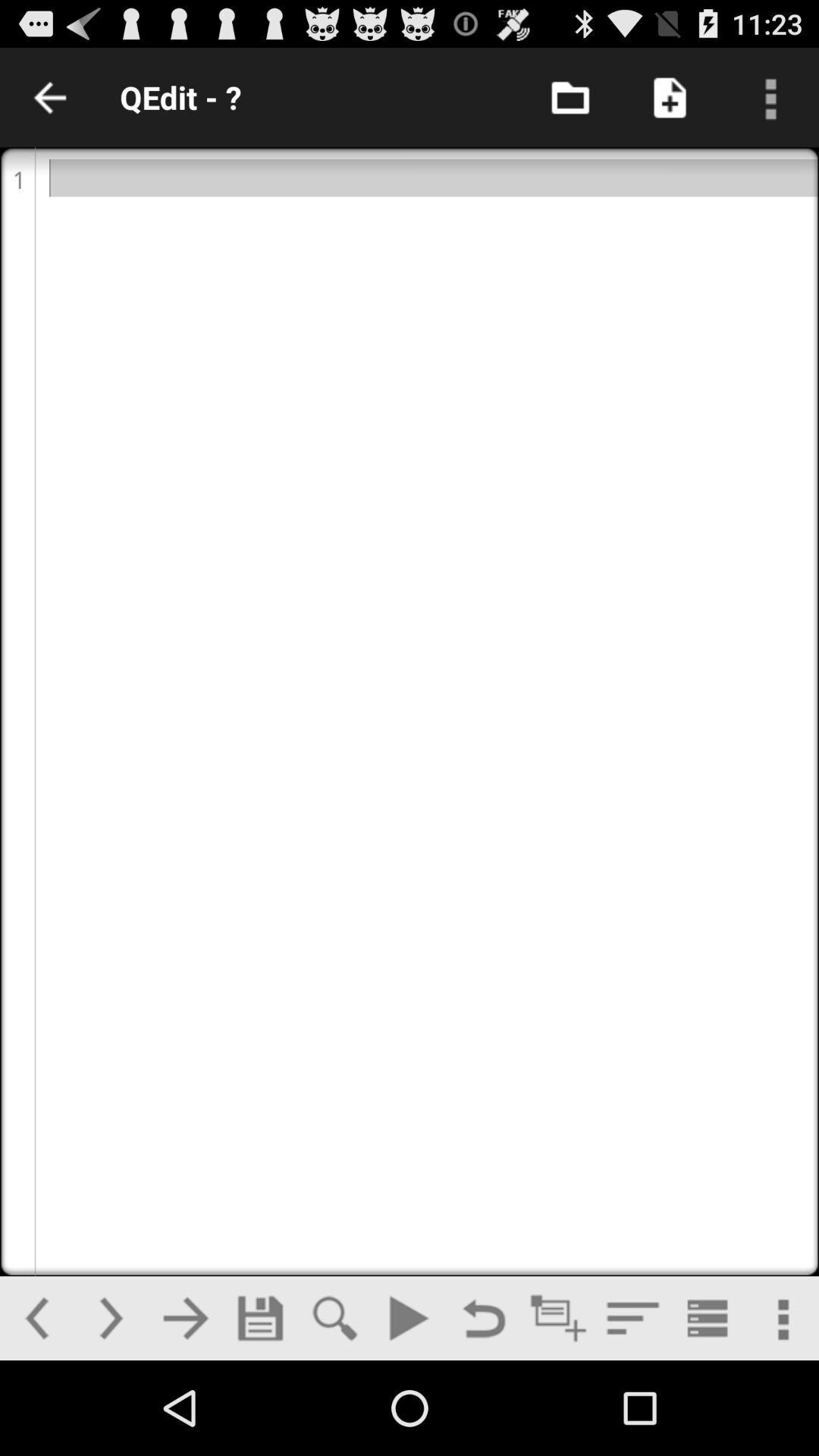  What do you see at coordinates (110, 1317) in the screenshot?
I see `go forward` at bounding box center [110, 1317].